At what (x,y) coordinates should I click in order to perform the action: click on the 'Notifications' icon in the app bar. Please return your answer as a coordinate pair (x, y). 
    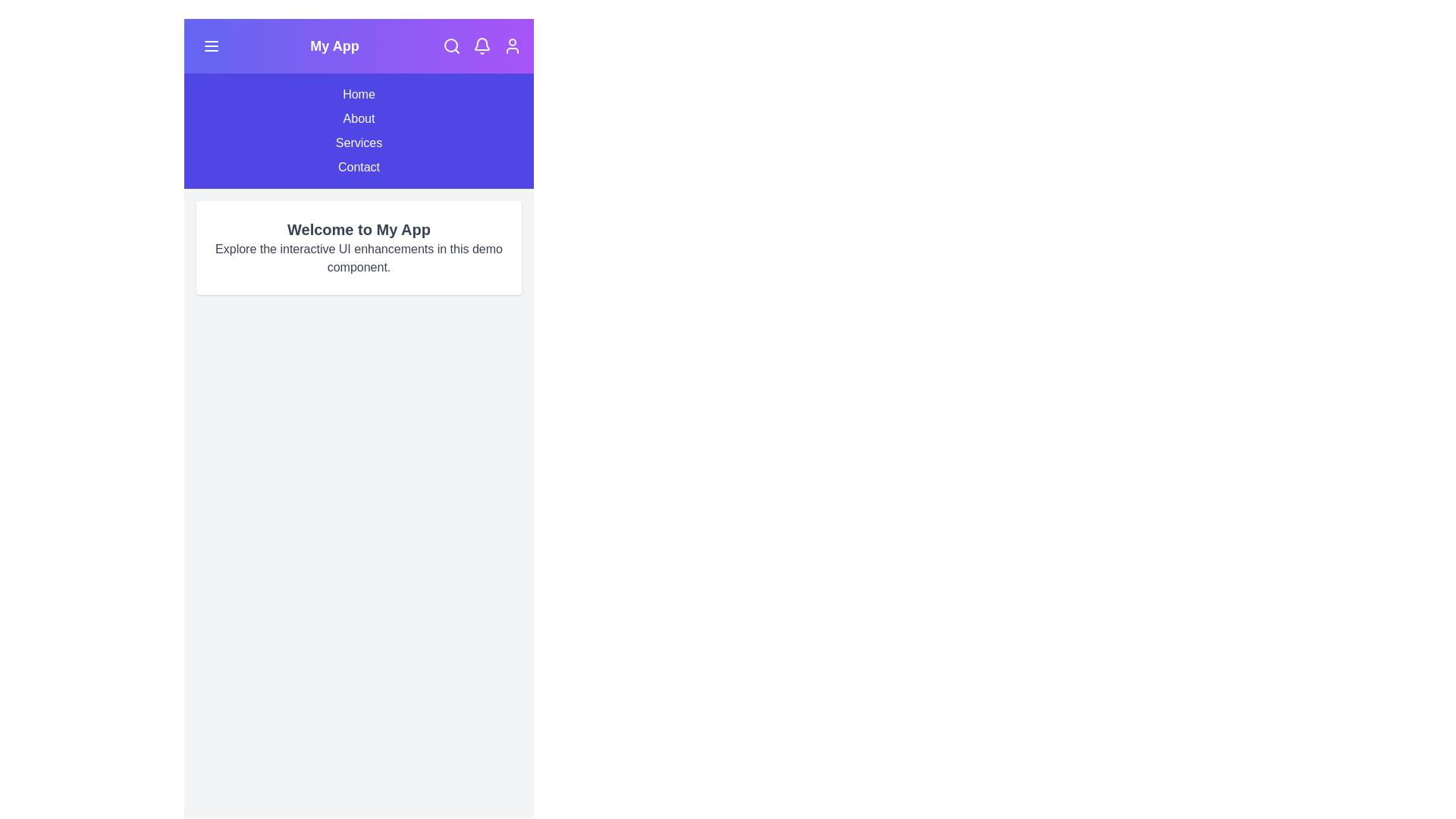
    Looking at the image, I should click on (481, 45).